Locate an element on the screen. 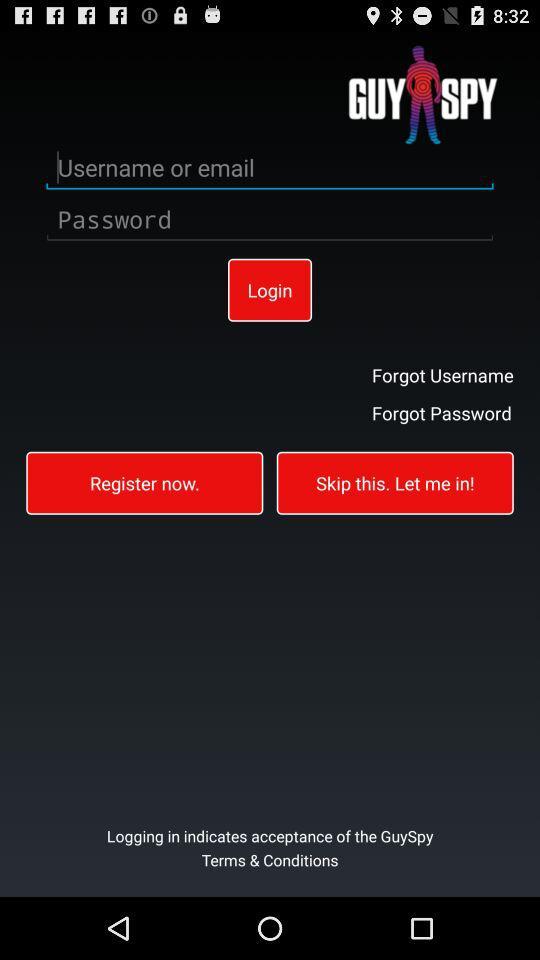  the app above logging in indicates icon is located at coordinates (143, 481).